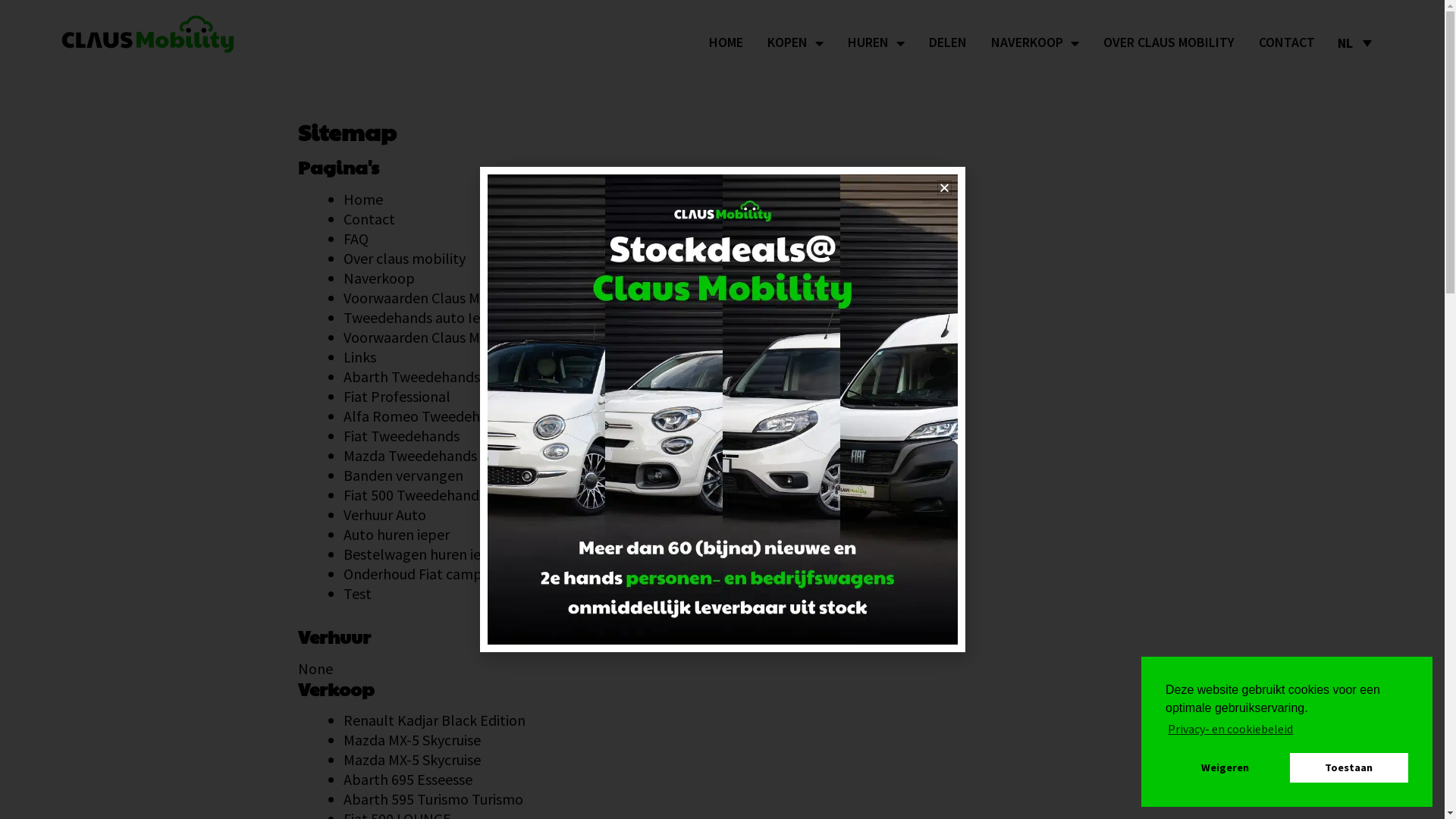  What do you see at coordinates (876, 42) in the screenshot?
I see `'HUREN'` at bounding box center [876, 42].